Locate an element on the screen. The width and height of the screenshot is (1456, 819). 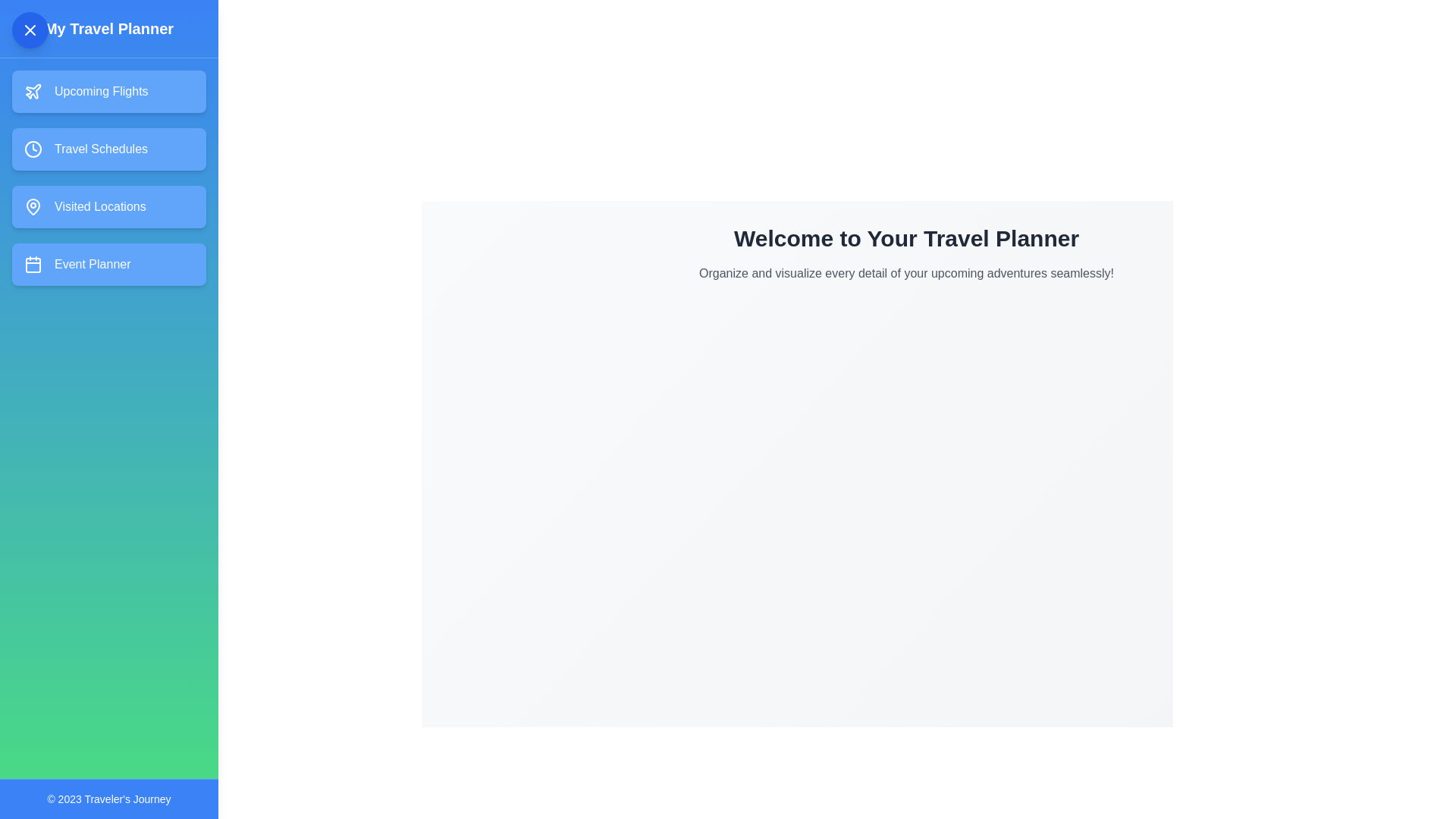
header text element which conveys the purpose of the application, located at the top portion of the main content section is located at coordinates (906, 239).